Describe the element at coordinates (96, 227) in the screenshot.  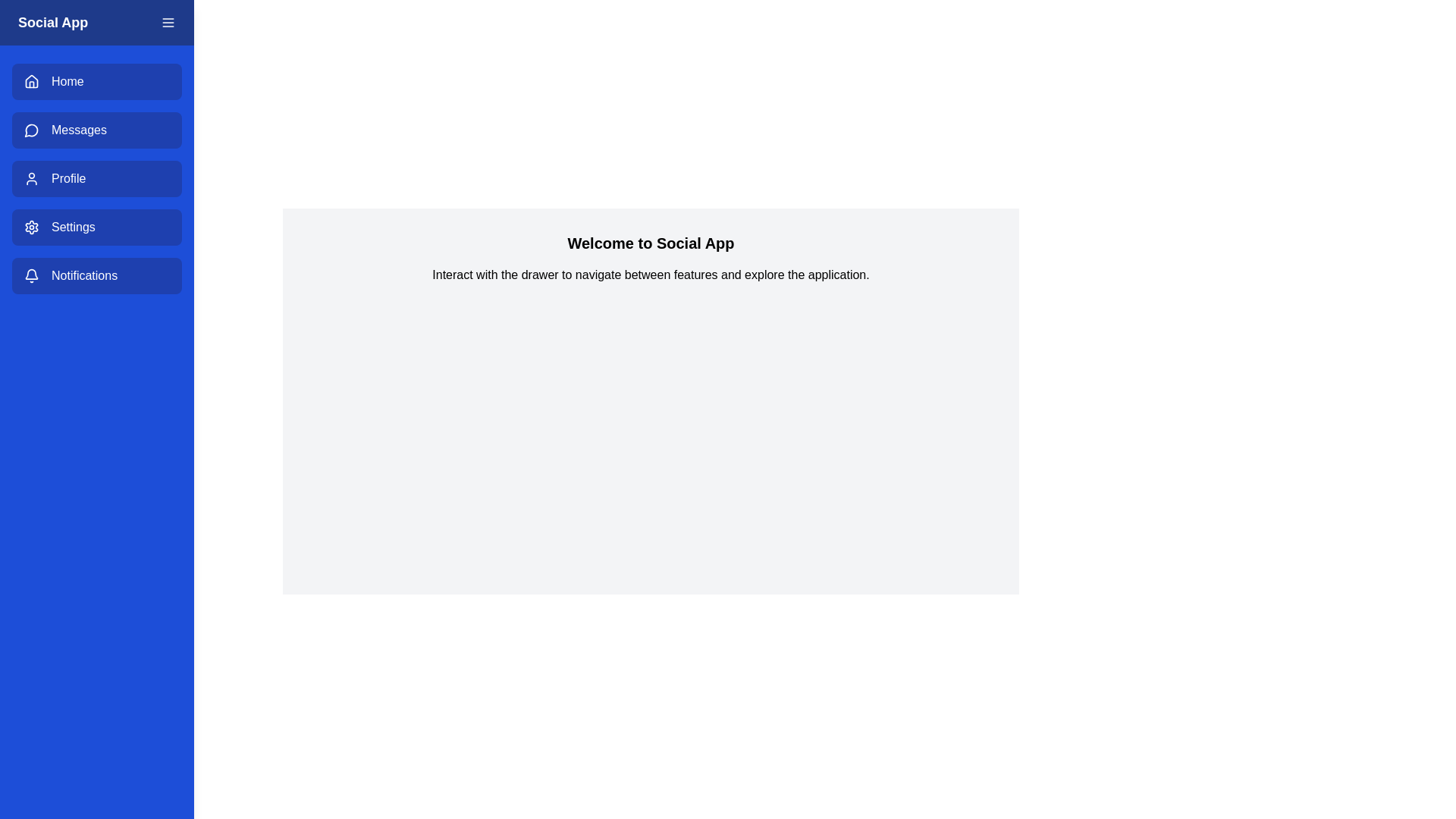
I see `the menu item Settings to highlight it` at that location.